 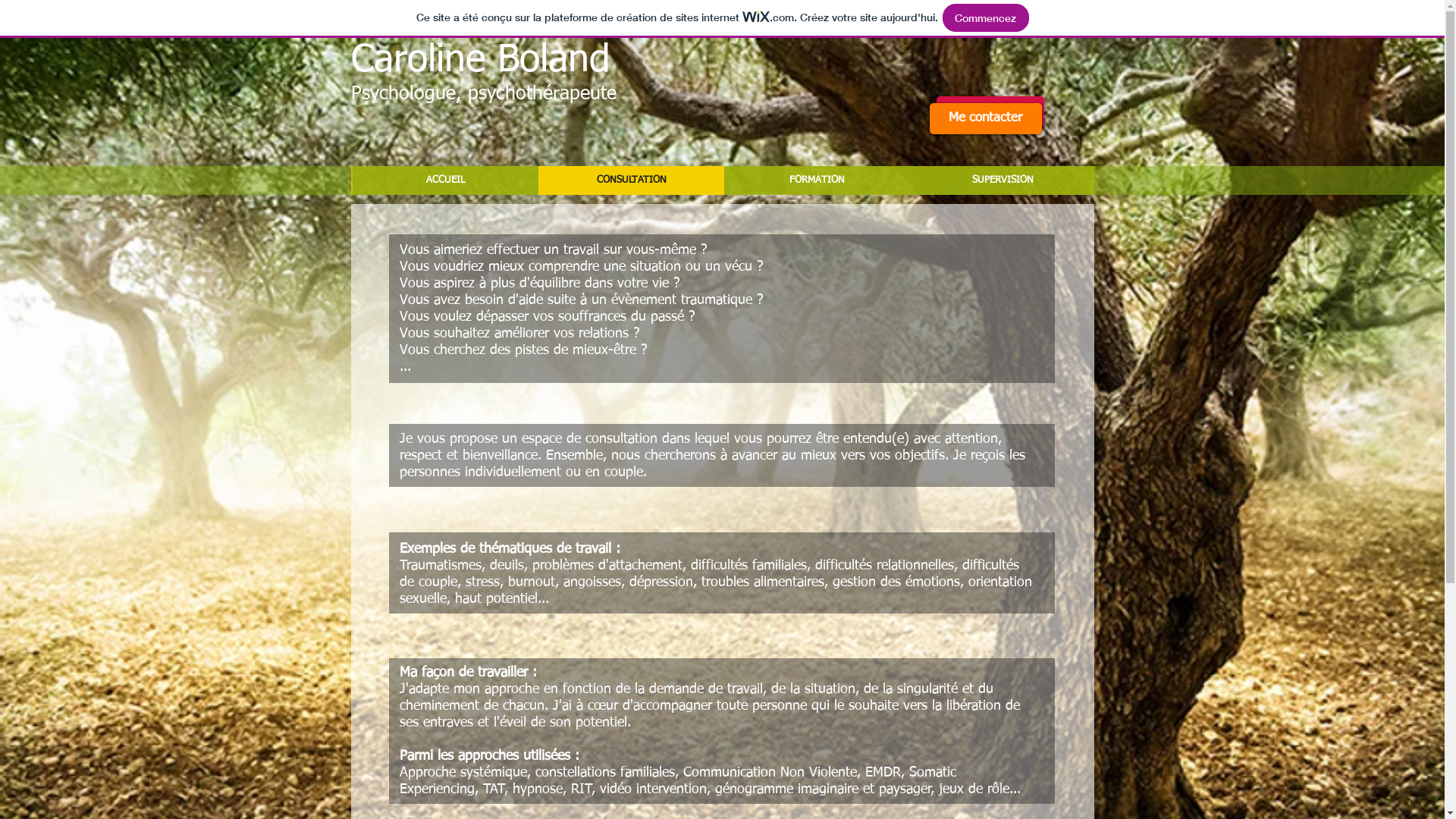 What do you see at coordinates (1003, 180) in the screenshot?
I see `'SUPERVISION'` at bounding box center [1003, 180].